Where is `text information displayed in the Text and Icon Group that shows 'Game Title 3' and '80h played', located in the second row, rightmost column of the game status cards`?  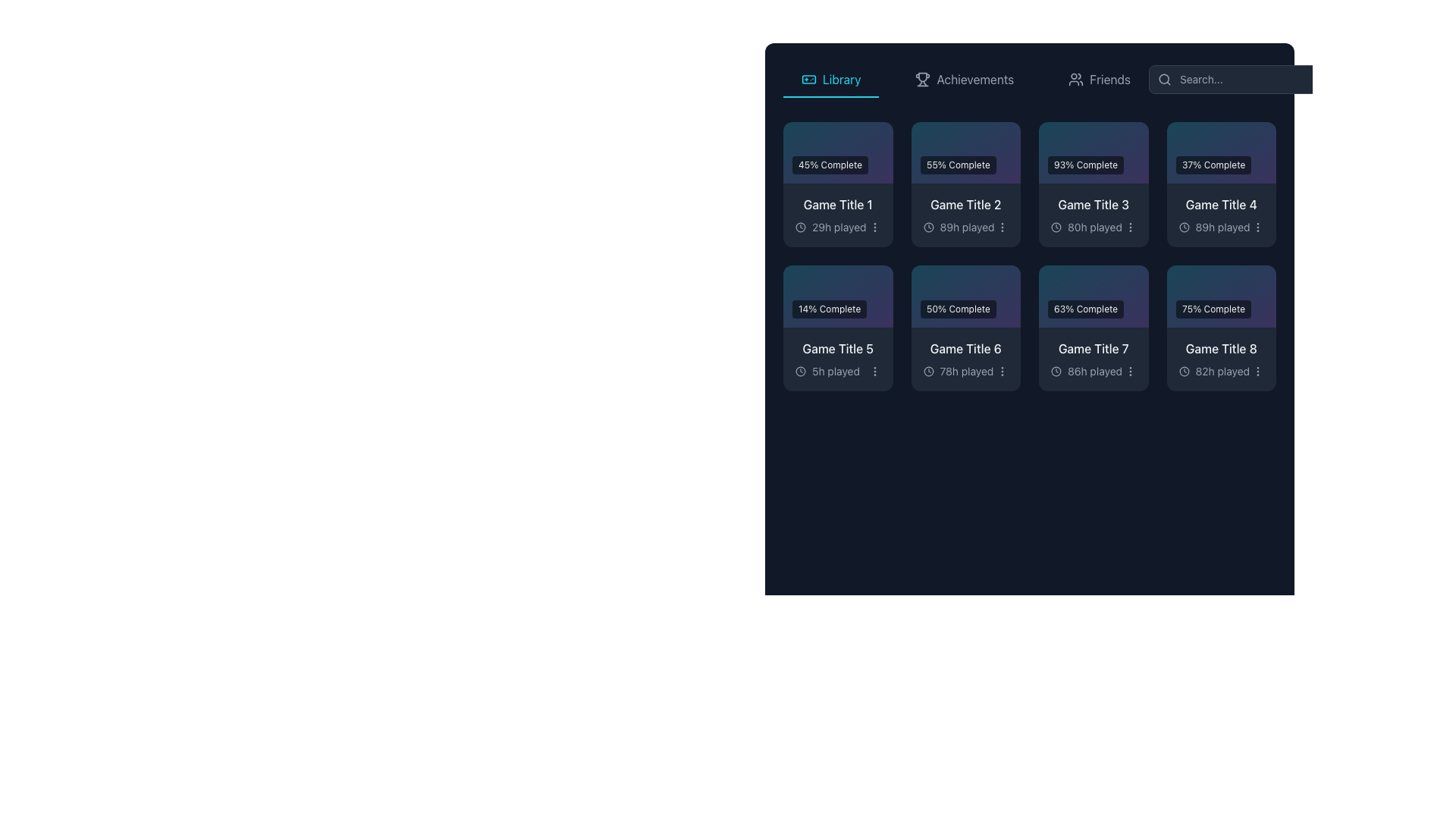 text information displayed in the Text and Icon Group that shows 'Game Title 3' and '80h played', located in the second row, rightmost column of the game status cards is located at coordinates (1094, 215).